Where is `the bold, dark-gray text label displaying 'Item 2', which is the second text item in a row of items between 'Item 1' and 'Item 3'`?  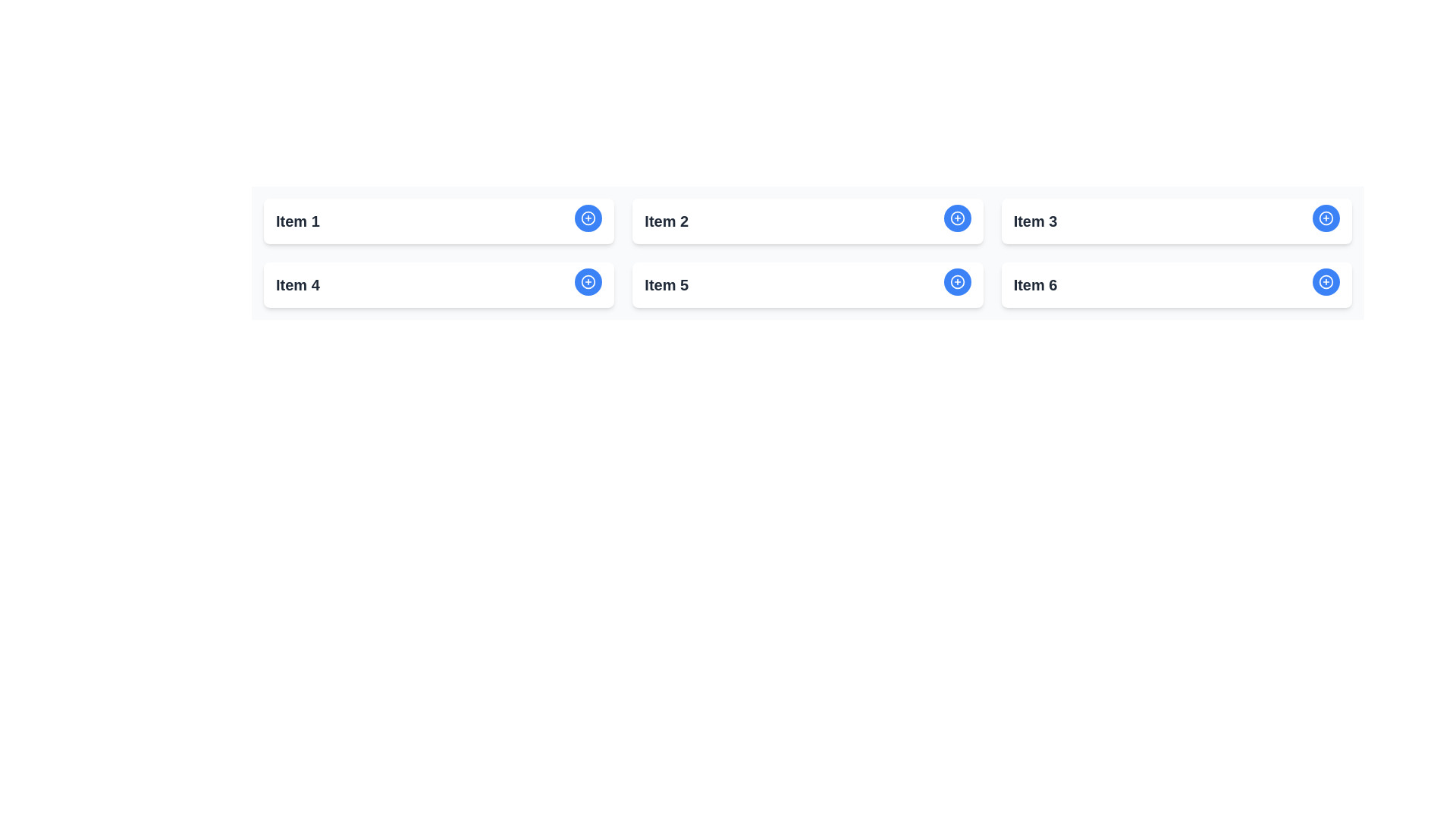
the bold, dark-gray text label displaying 'Item 2', which is the second text item in a row of items between 'Item 1' and 'Item 3' is located at coordinates (667, 221).